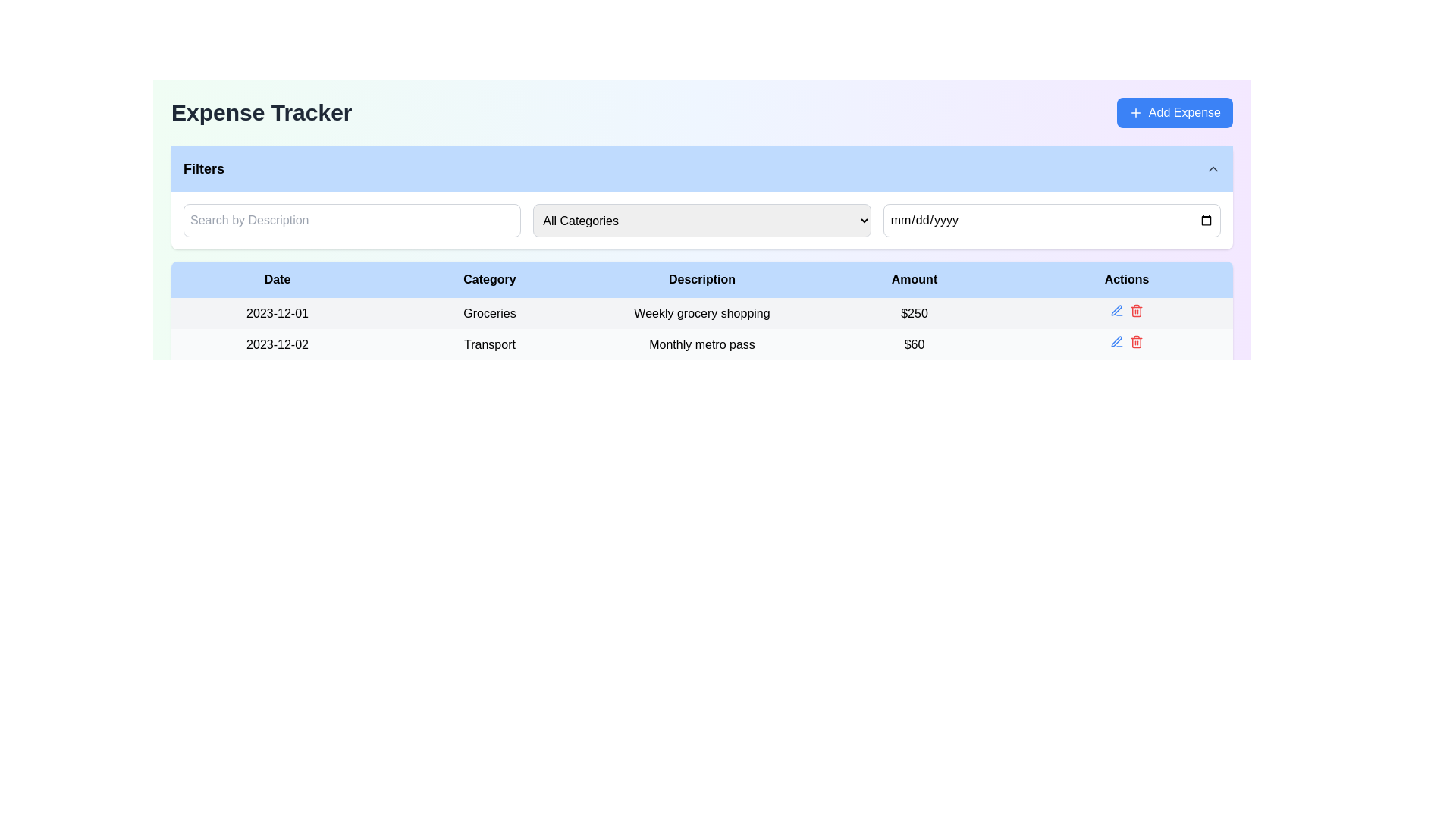 The width and height of the screenshot is (1456, 819). I want to click on the 'Date' column header text label, which is the first element in a series of five elements in the upper section of the table, so click(277, 280).